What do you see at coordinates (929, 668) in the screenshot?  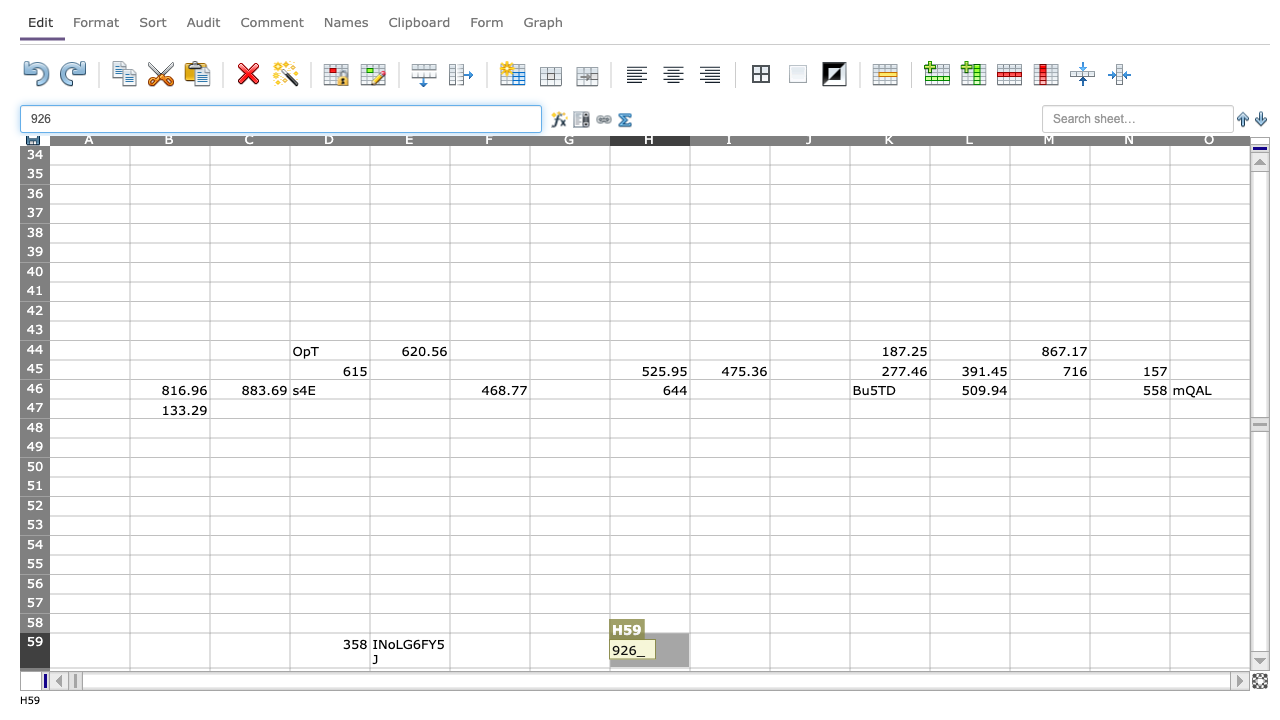 I see `Auto-fill point of cell K59` at bounding box center [929, 668].